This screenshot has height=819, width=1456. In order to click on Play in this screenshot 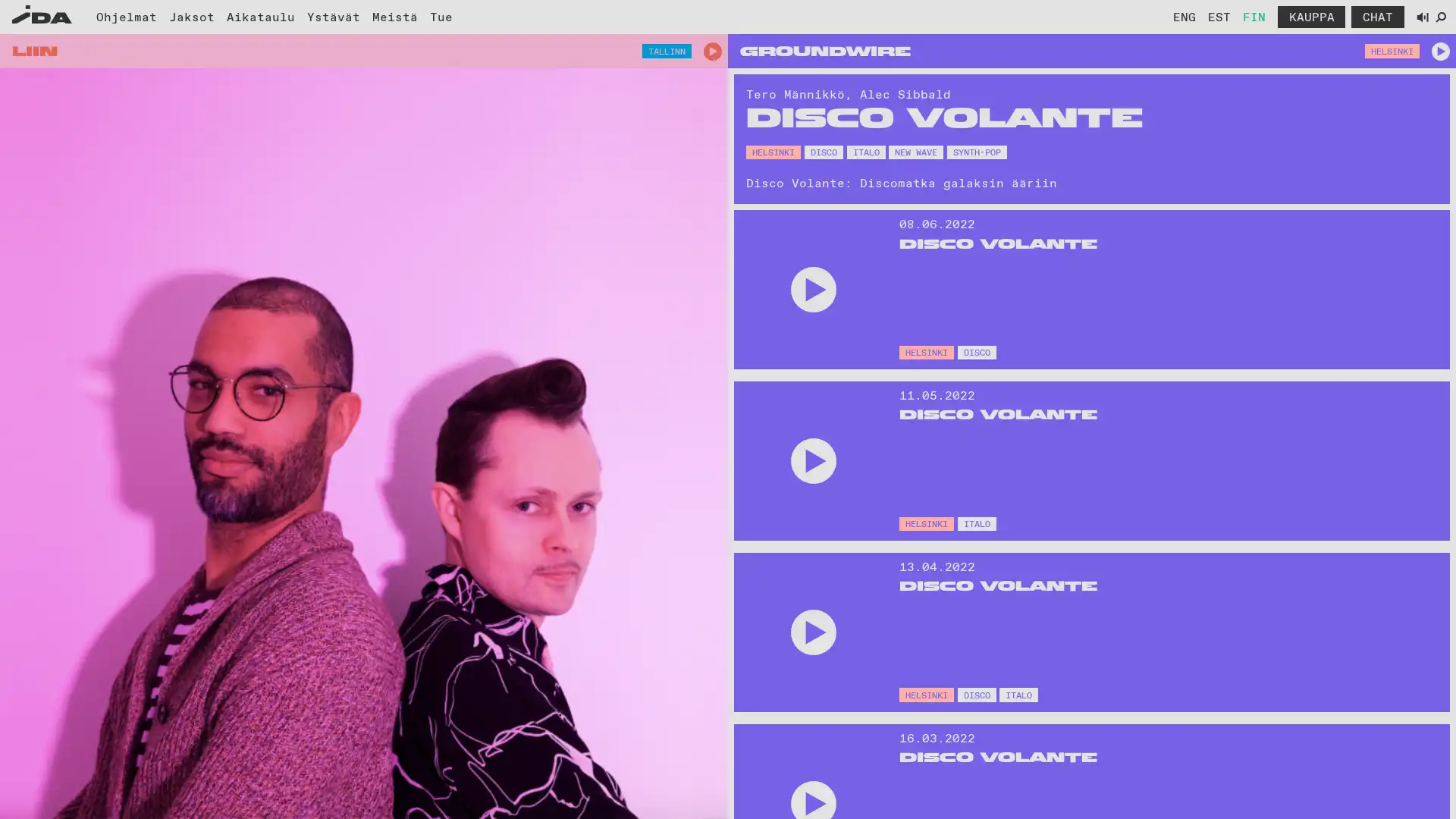, I will do `click(712, 49)`.